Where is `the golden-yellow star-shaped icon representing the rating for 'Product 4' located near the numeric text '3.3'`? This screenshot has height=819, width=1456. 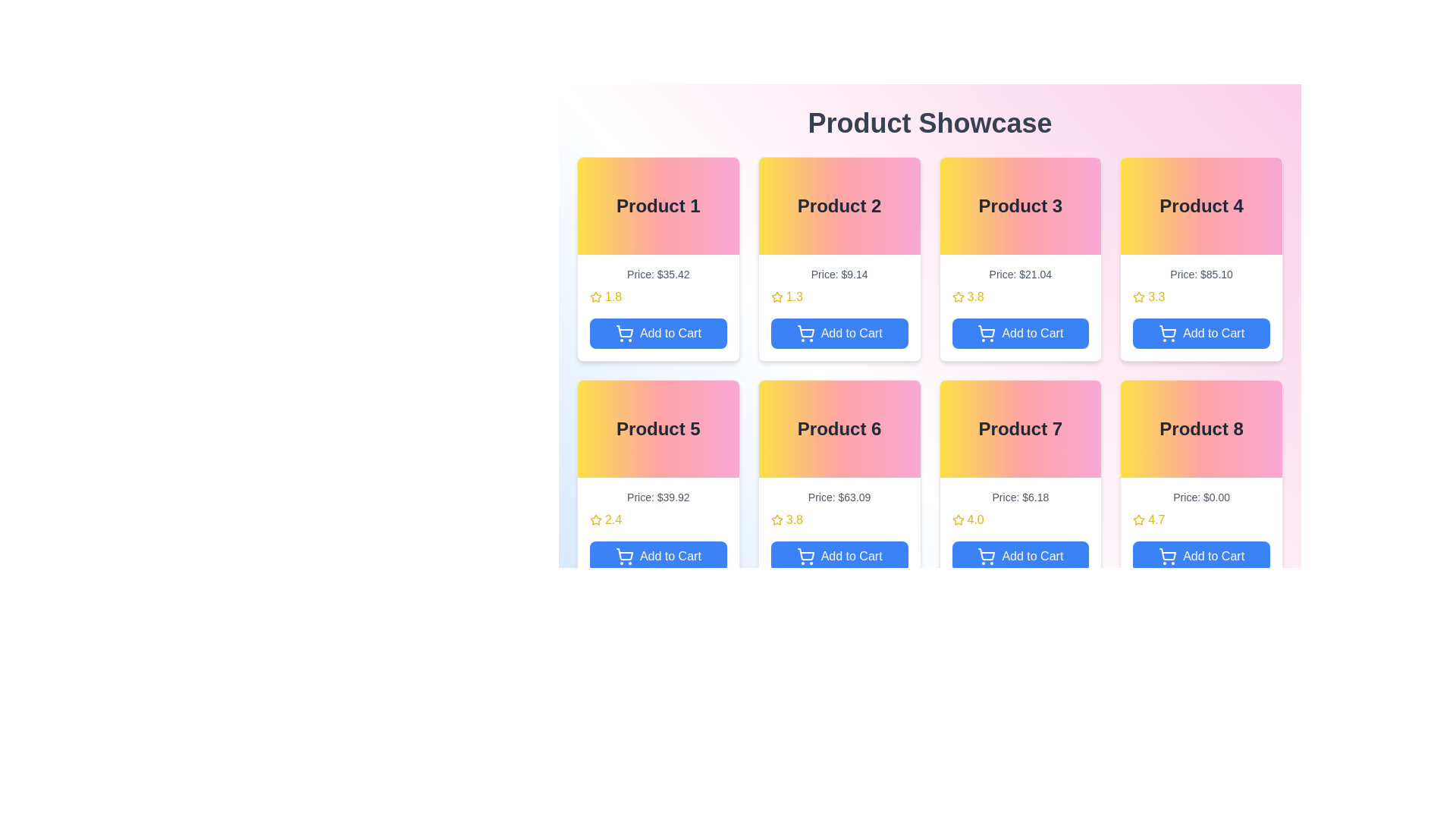
the golden-yellow star-shaped icon representing the rating for 'Product 4' located near the numeric text '3.3' is located at coordinates (1139, 297).